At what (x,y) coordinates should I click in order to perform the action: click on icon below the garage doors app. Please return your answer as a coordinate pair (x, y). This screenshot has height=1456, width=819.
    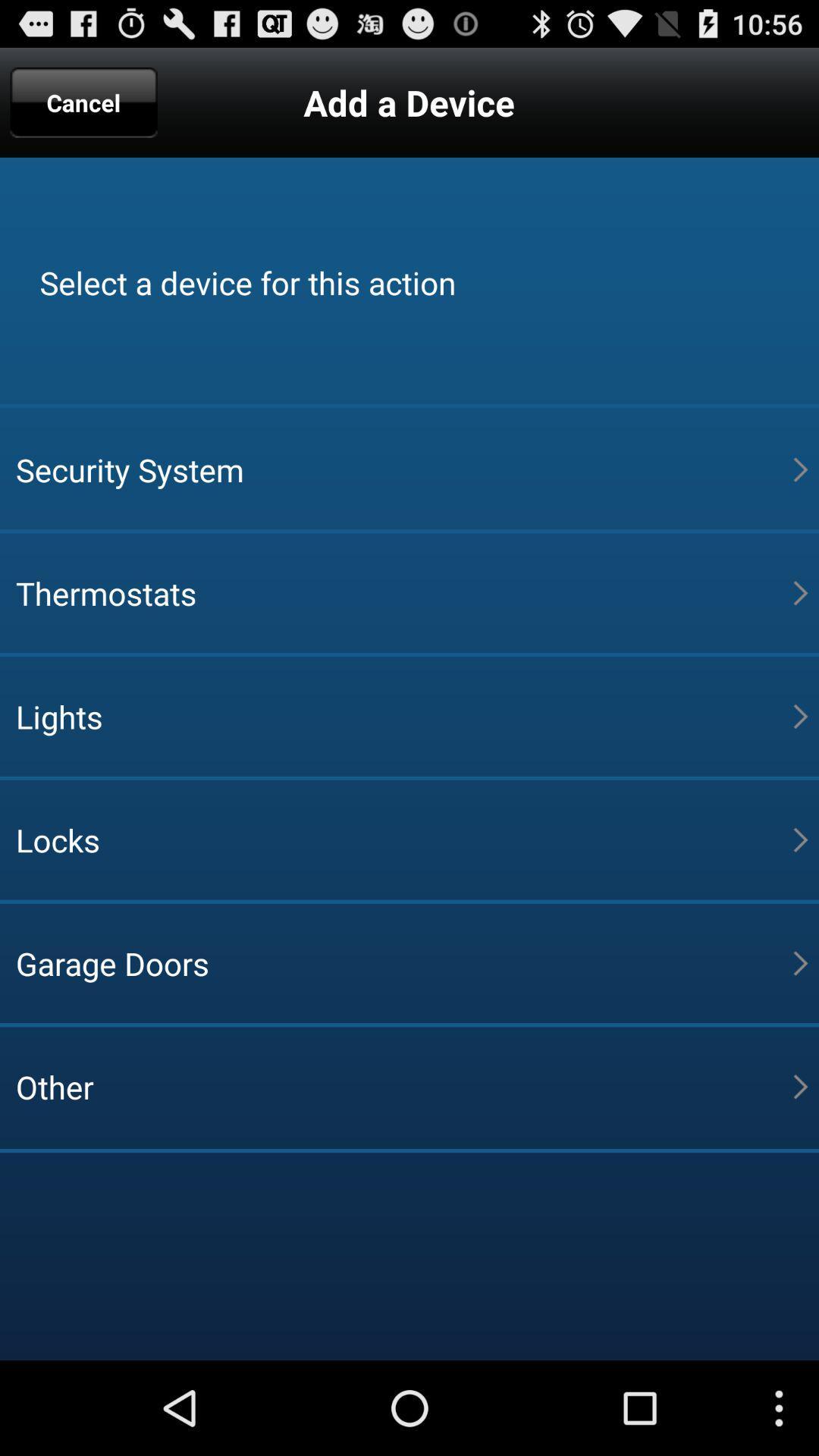
    Looking at the image, I should click on (403, 1086).